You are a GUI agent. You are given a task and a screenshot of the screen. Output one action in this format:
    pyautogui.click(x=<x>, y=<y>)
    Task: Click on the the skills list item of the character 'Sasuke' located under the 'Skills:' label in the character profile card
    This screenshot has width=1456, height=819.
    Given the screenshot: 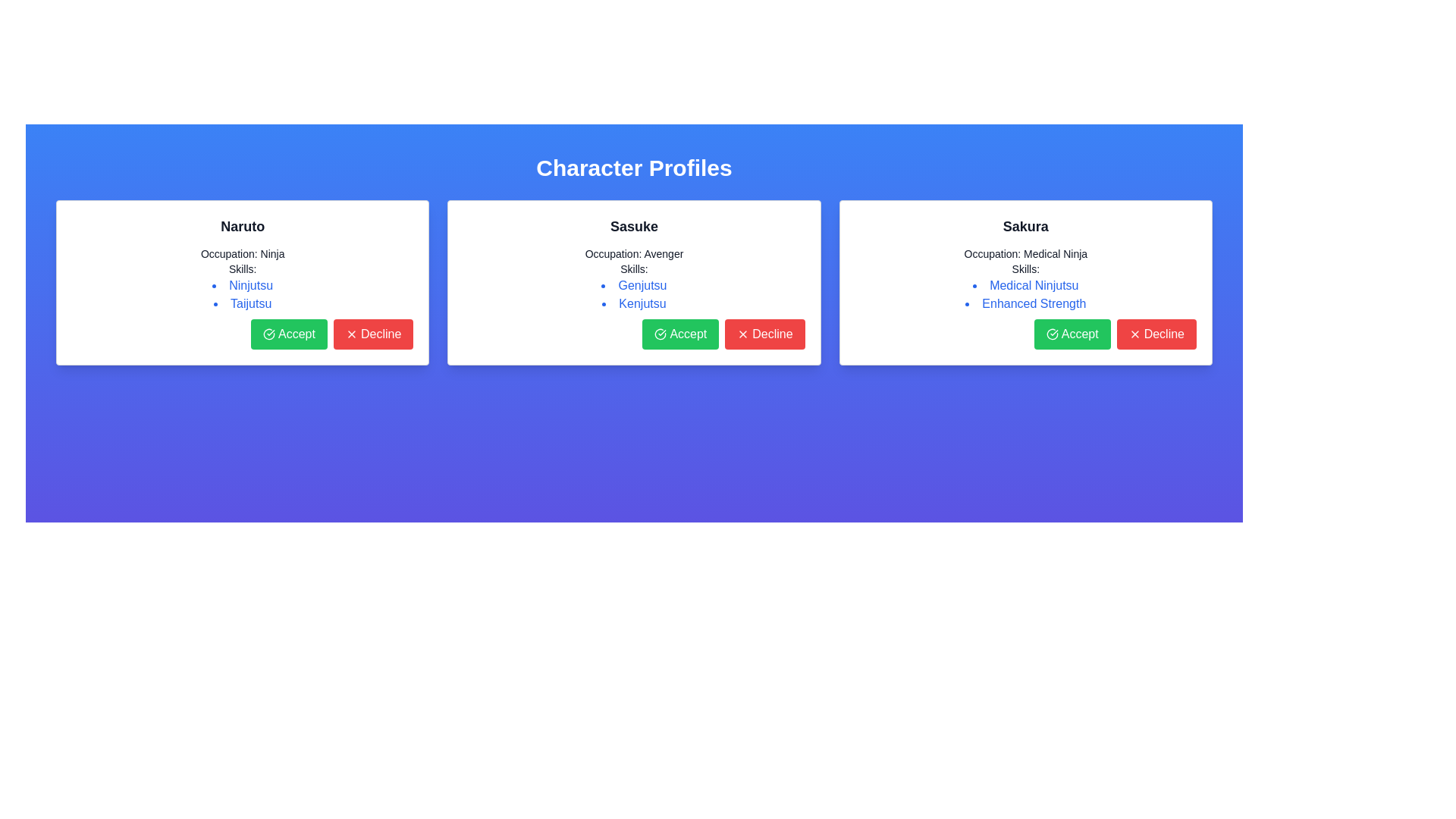 What is the action you would take?
    pyautogui.click(x=634, y=295)
    